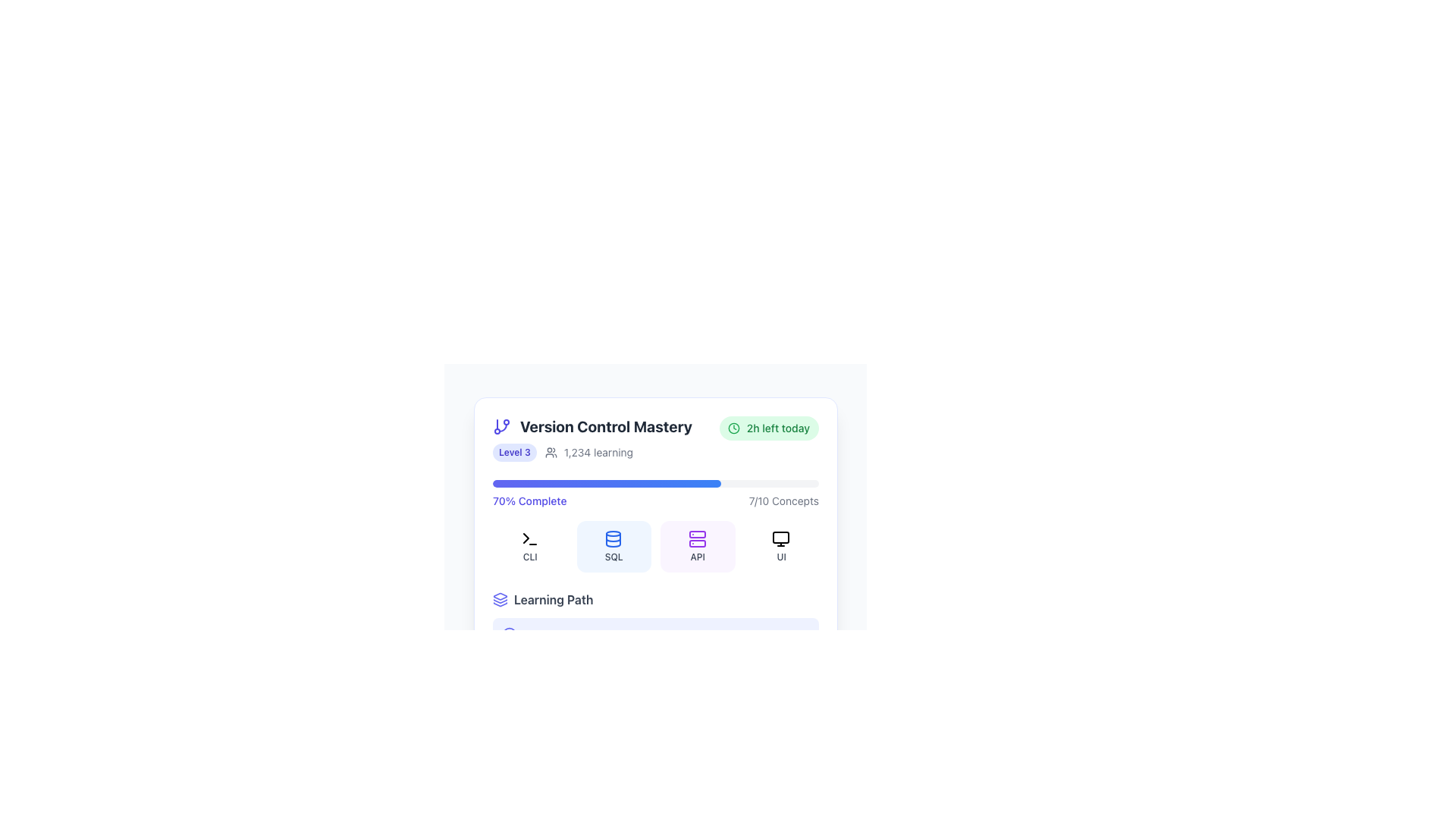  What do you see at coordinates (655, 483) in the screenshot?
I see `the Progress Bar displayed within the 'Version Control Mastery' card, which has a soft gray background and a blue-to-indigo gradient filling, indicating progress` at bounding box center [655, 483].